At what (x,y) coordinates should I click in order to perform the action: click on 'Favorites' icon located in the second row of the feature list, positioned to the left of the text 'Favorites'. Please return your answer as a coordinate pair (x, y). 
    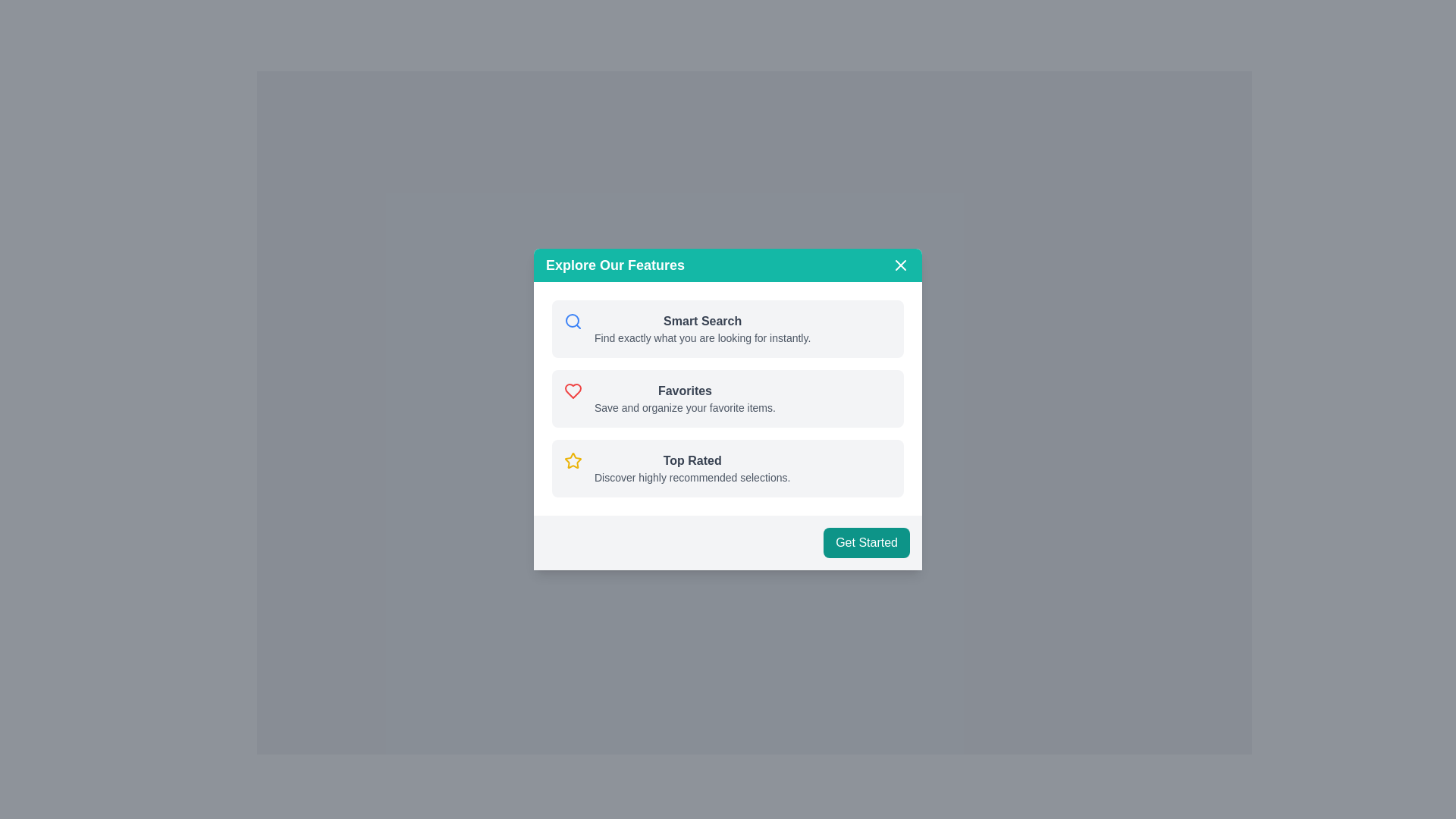
    Looking at the image, I should click on (572, 391).